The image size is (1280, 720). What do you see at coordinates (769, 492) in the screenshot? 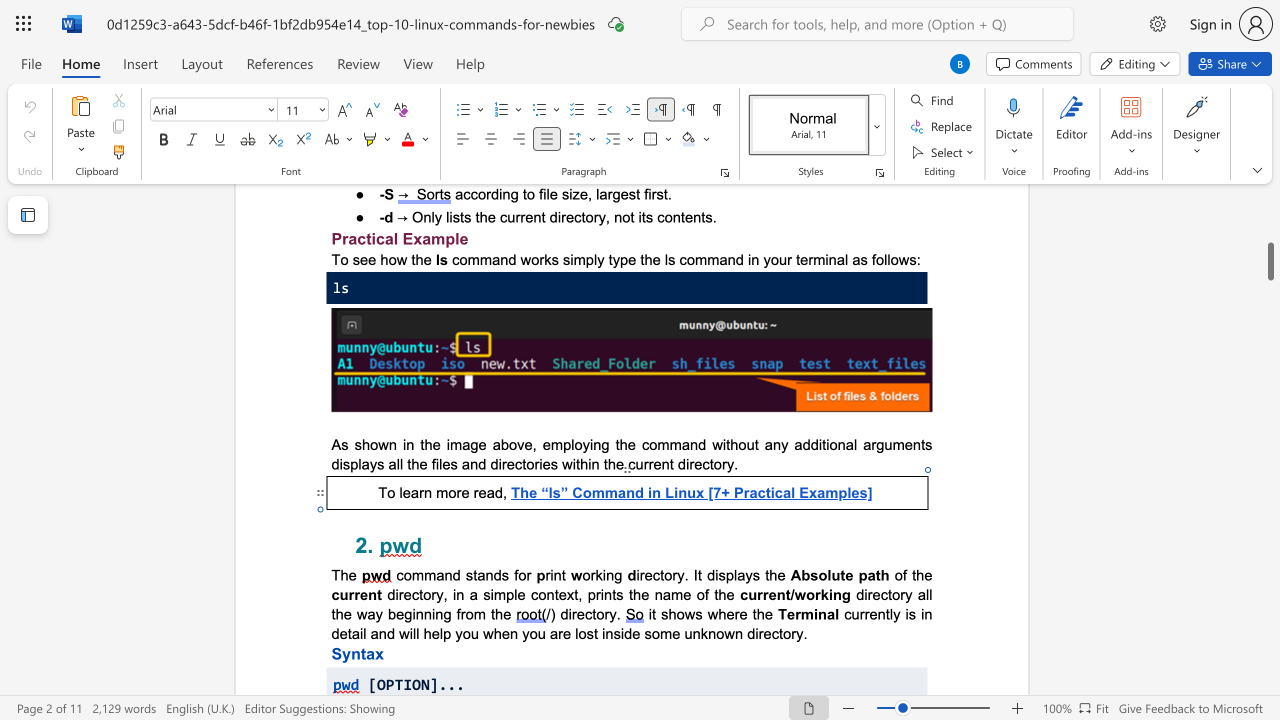
I see `the space between the continuous character "t" and "i" in the text` at bounding box center [769, 492].